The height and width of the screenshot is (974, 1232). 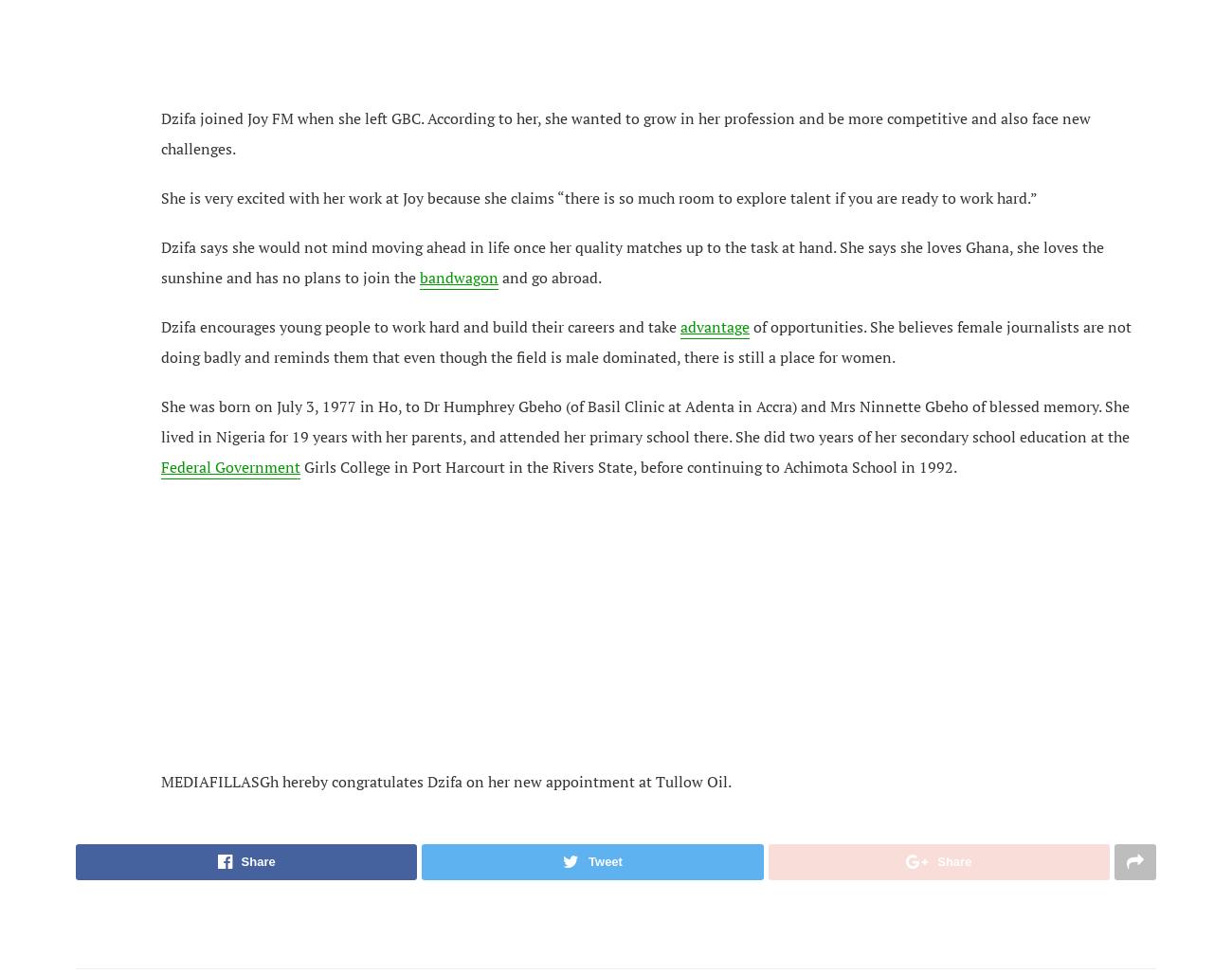 What do you see at coordinates (419, 324) in the screenshot?
I see `'Dzifa encourages young people to work hard and build their careers and take'` at bounding box center [419, 324].